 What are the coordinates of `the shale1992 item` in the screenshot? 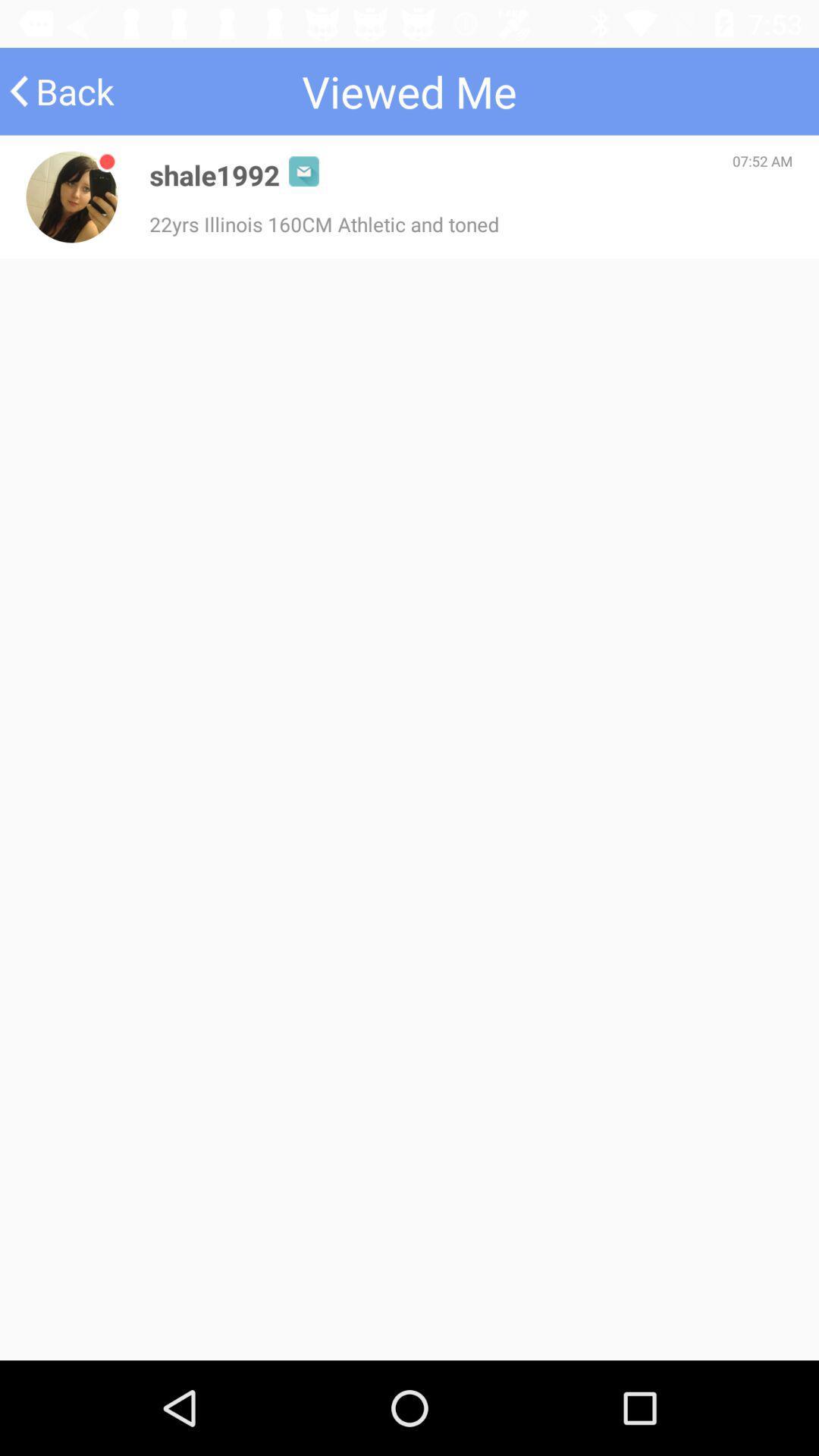 It's located at (215, 174).